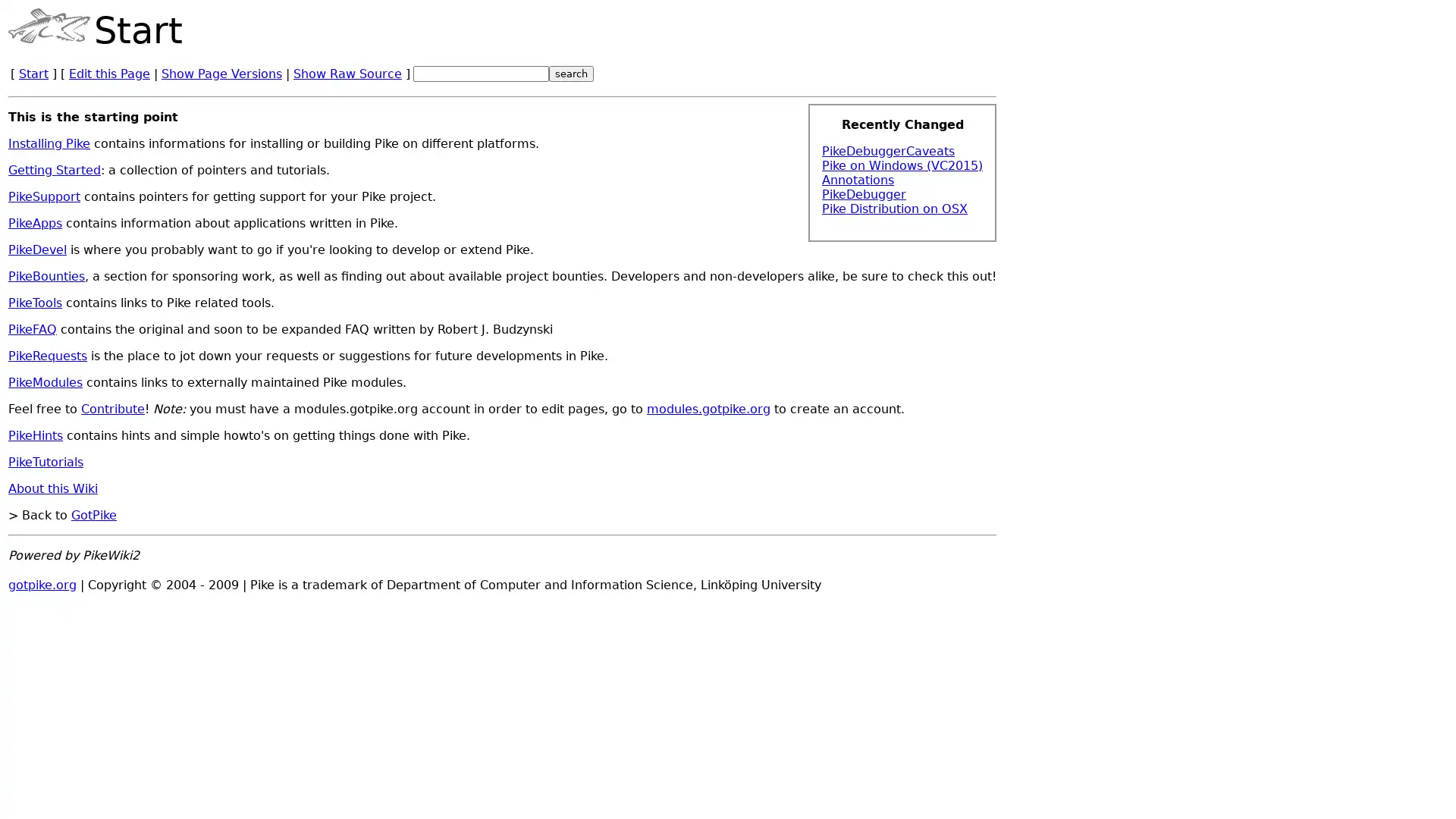  Describe the element at coordinates (570, 74) in the screenshot. I see `search` at that location.